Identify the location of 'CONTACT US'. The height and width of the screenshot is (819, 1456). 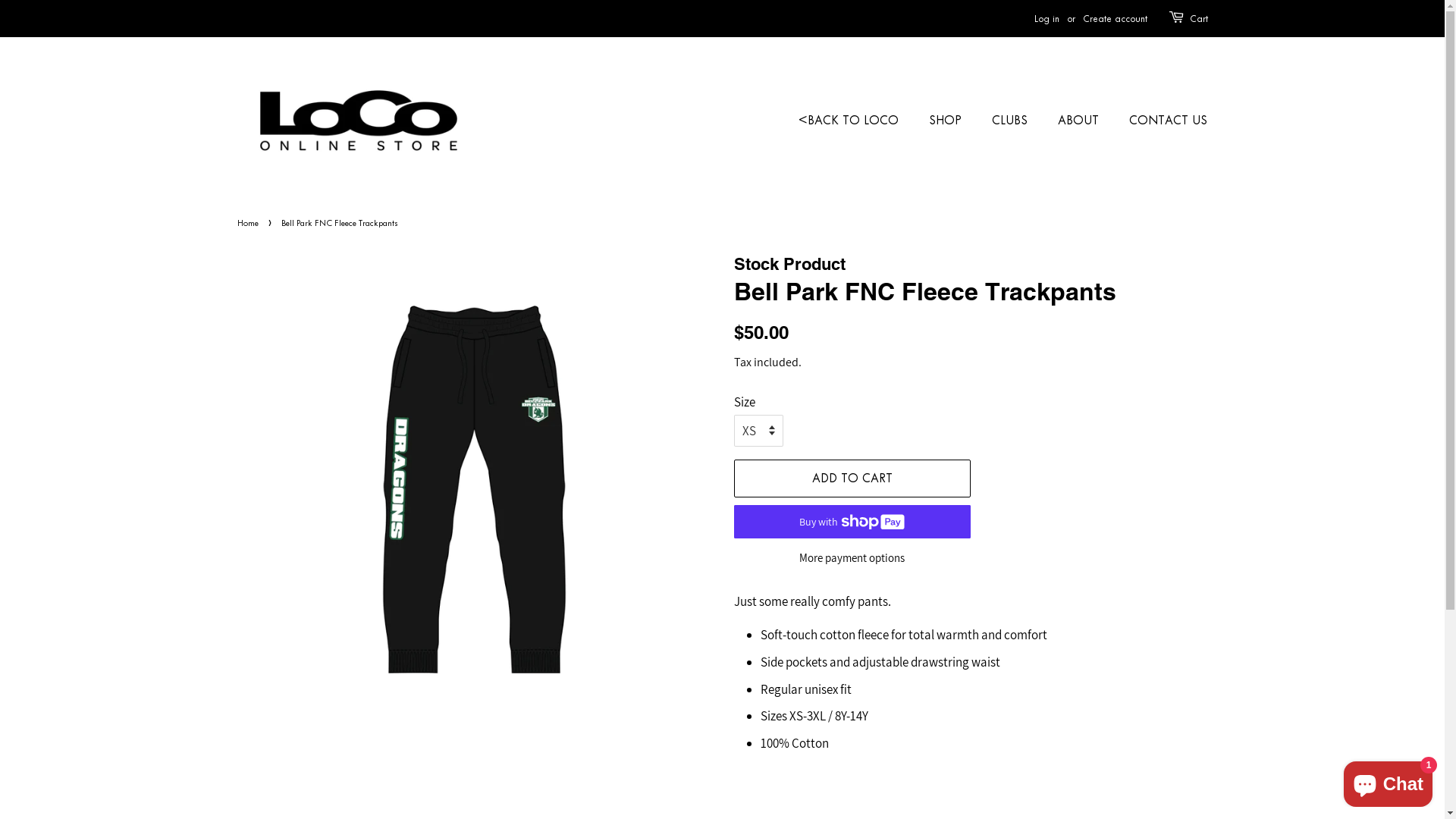
(1161, 120).